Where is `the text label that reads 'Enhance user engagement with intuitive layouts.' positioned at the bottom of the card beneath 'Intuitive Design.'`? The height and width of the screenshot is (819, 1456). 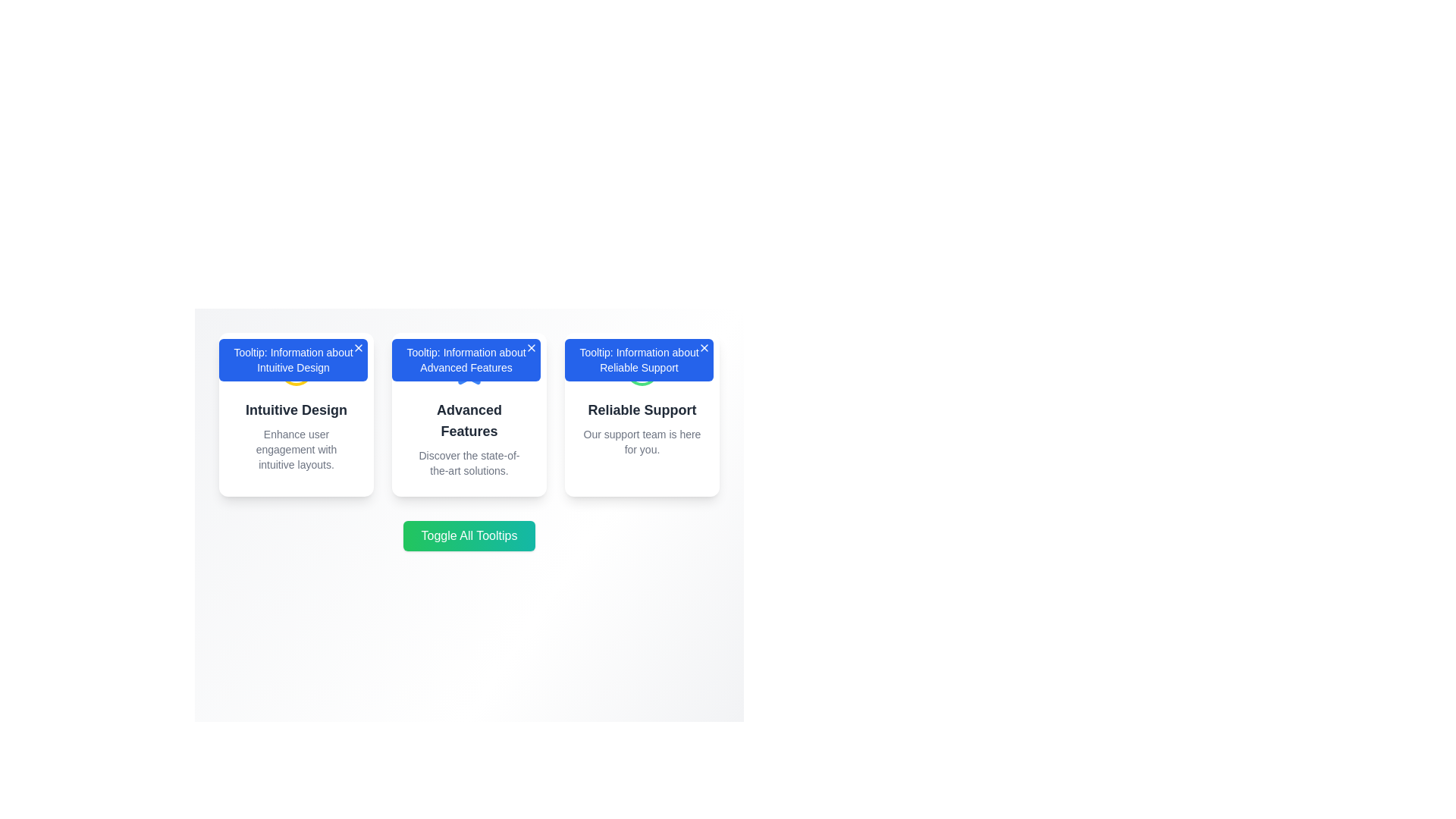 the text label that reads 'Enhance user engagement with intuitive layouts.' positioned at the bottom of the card beneath 'Intuitive Design.' is located at coordinates (296, 449).